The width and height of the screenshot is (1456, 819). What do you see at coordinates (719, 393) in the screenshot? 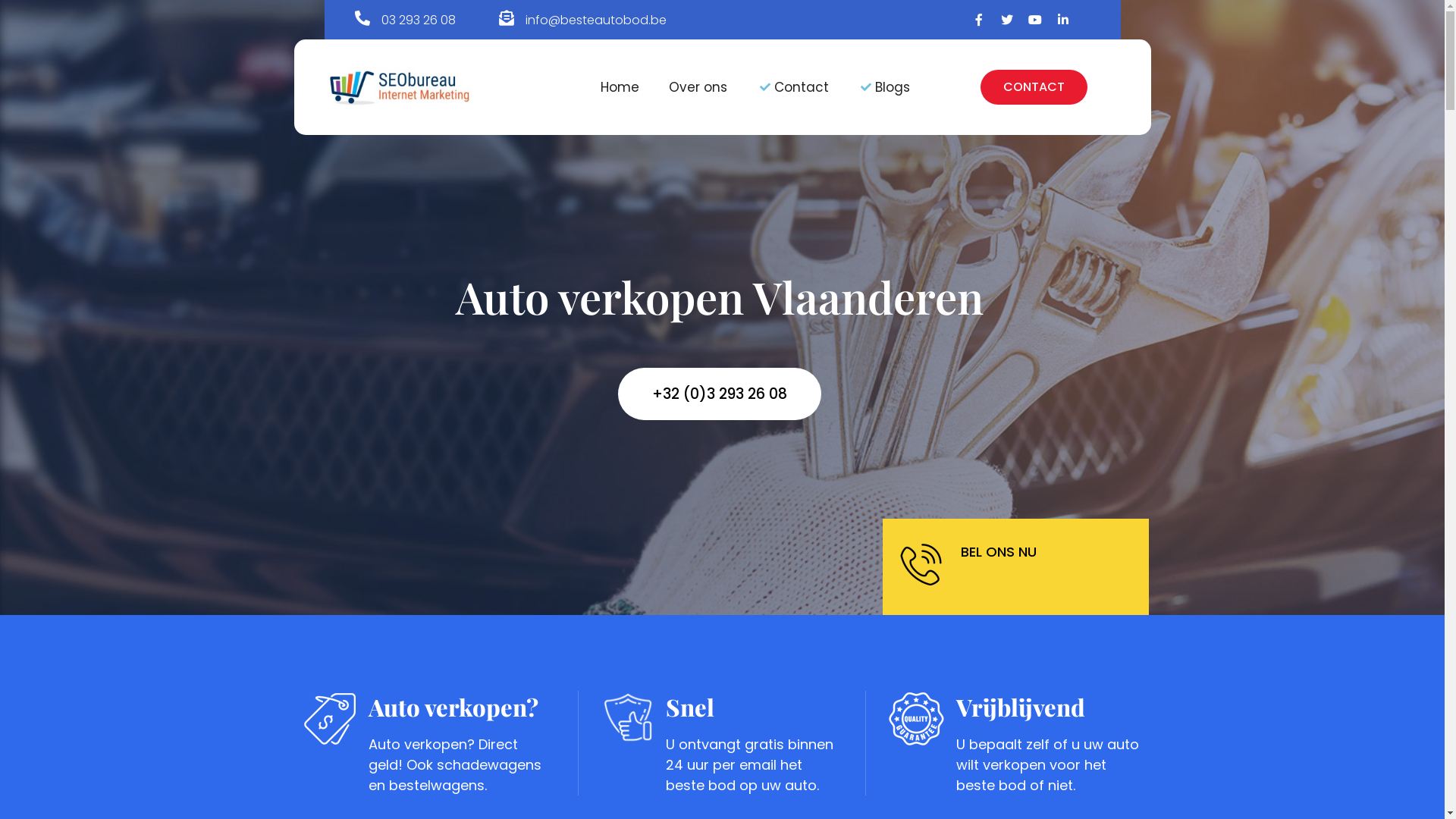
I see `'+32 (0)3 293 26 08'` at bounding box center [719, 393].